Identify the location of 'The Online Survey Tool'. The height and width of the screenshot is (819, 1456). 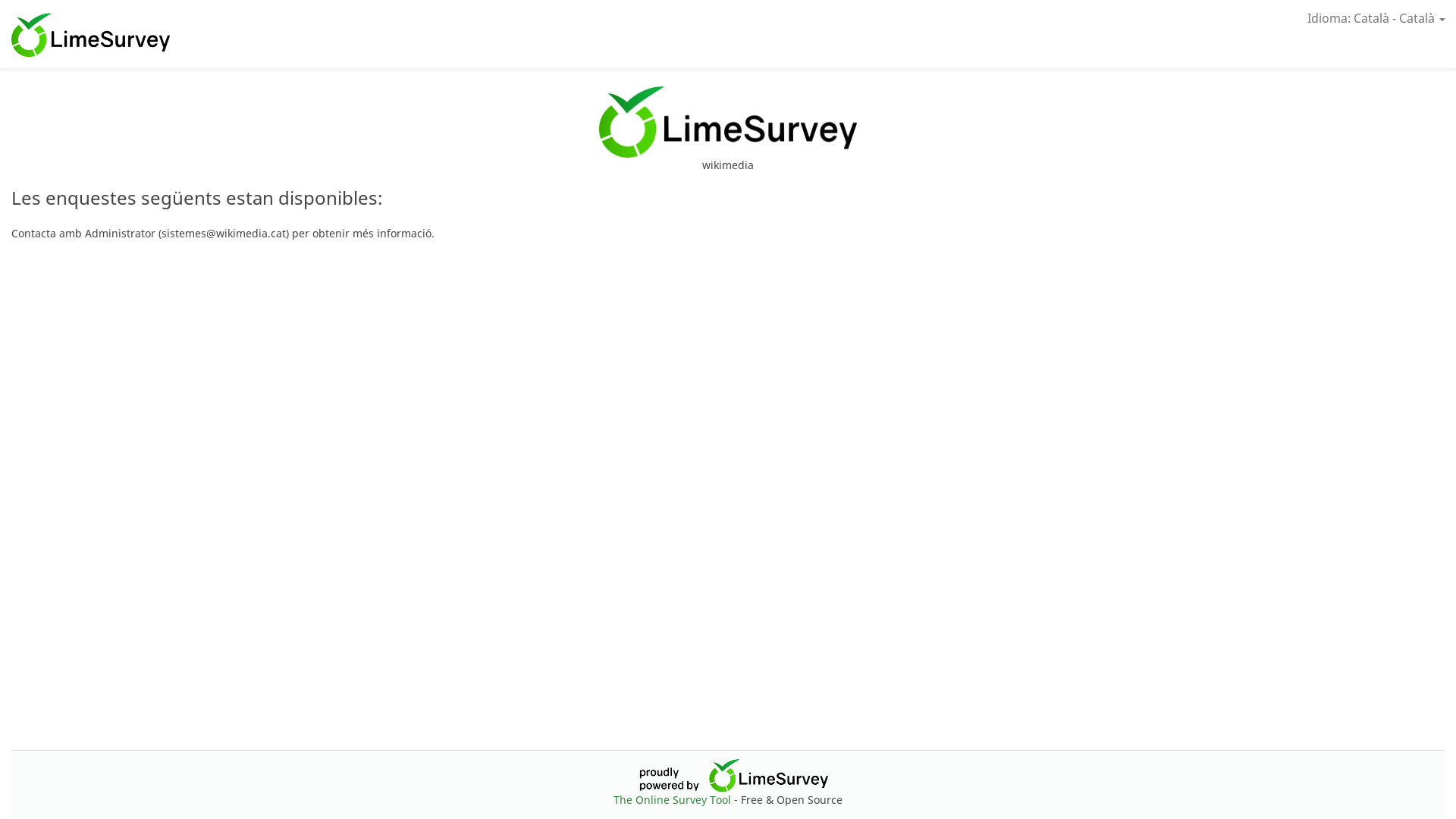
(673, 799).